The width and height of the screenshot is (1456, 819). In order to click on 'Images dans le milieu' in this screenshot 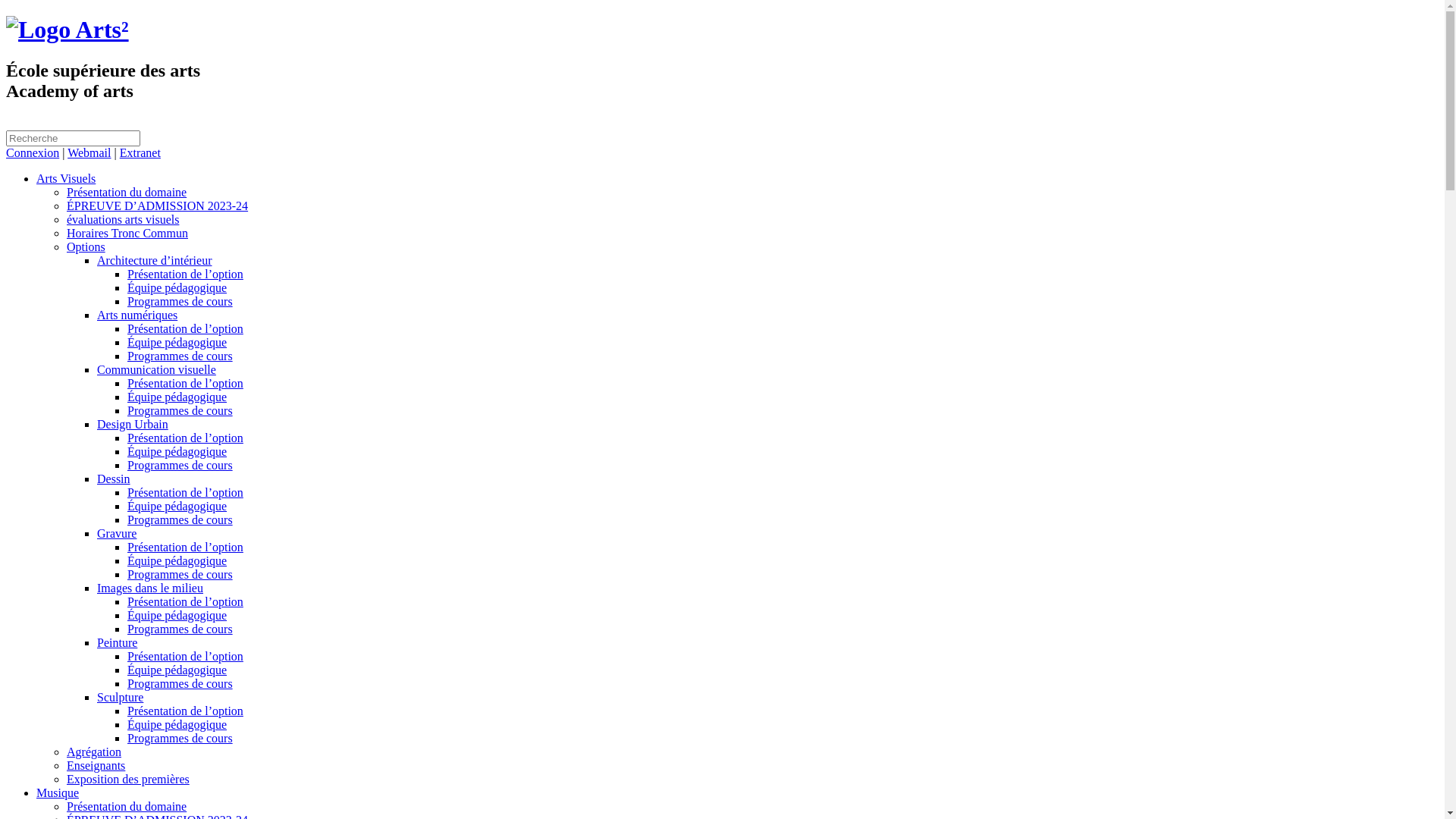, I will do `click(96, 587)`.